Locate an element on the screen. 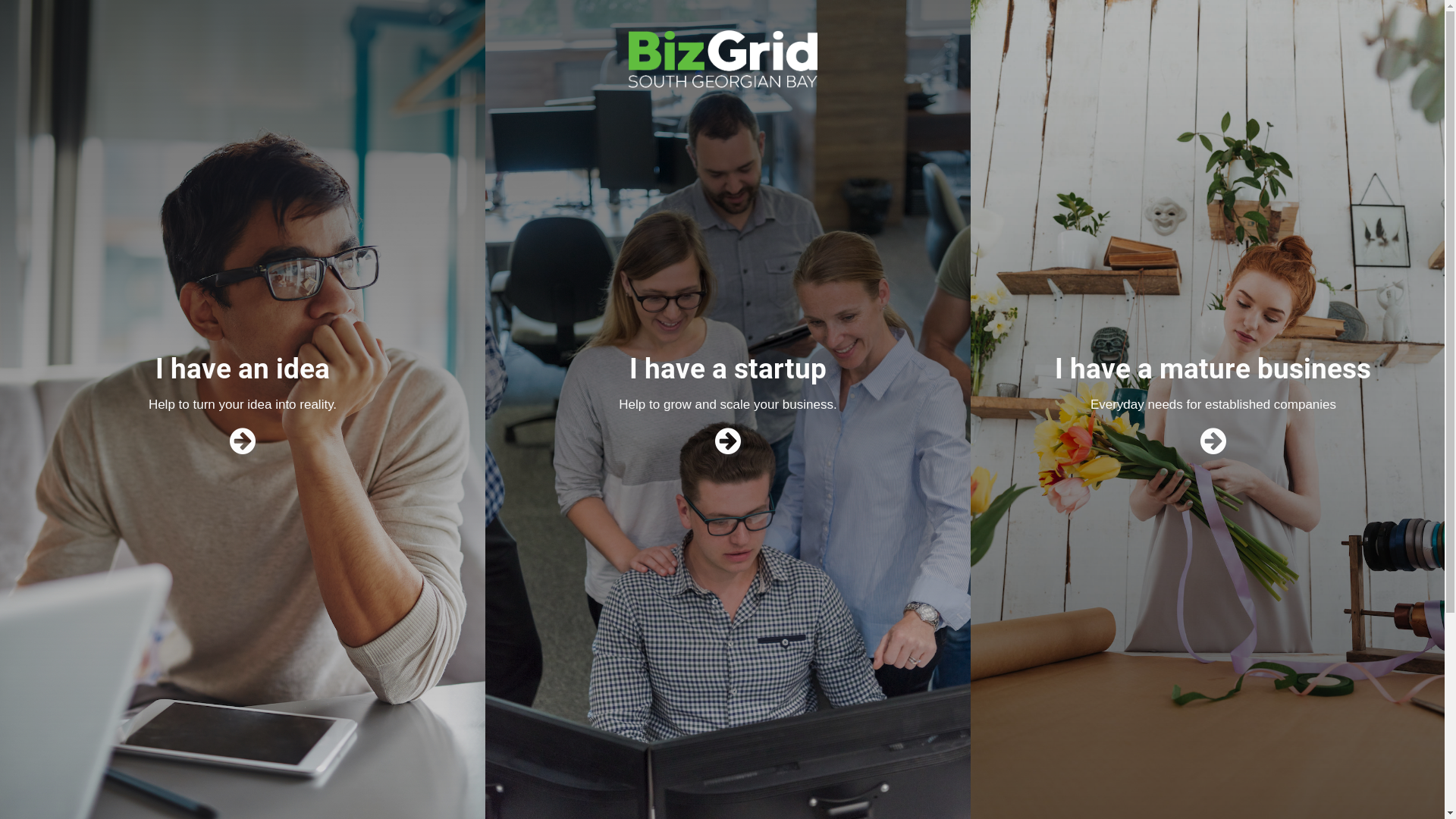 This screenshot has width=1456, height=819. 'I have a startup' is located at coordinates (728, 369).